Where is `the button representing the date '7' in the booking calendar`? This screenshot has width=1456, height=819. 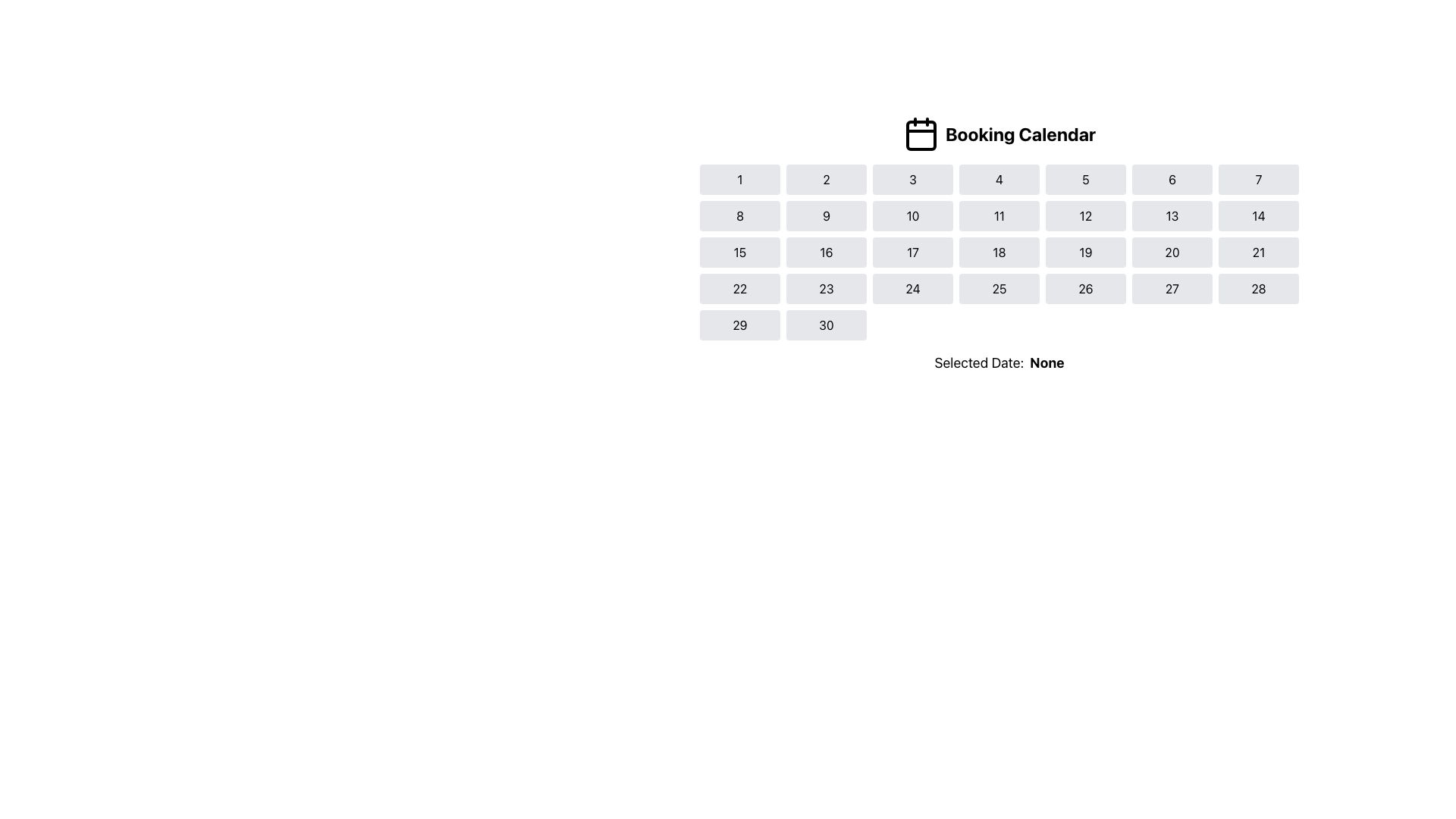 the button representing the date '7' in the booking calendar is located at coordinates (1259, 178).